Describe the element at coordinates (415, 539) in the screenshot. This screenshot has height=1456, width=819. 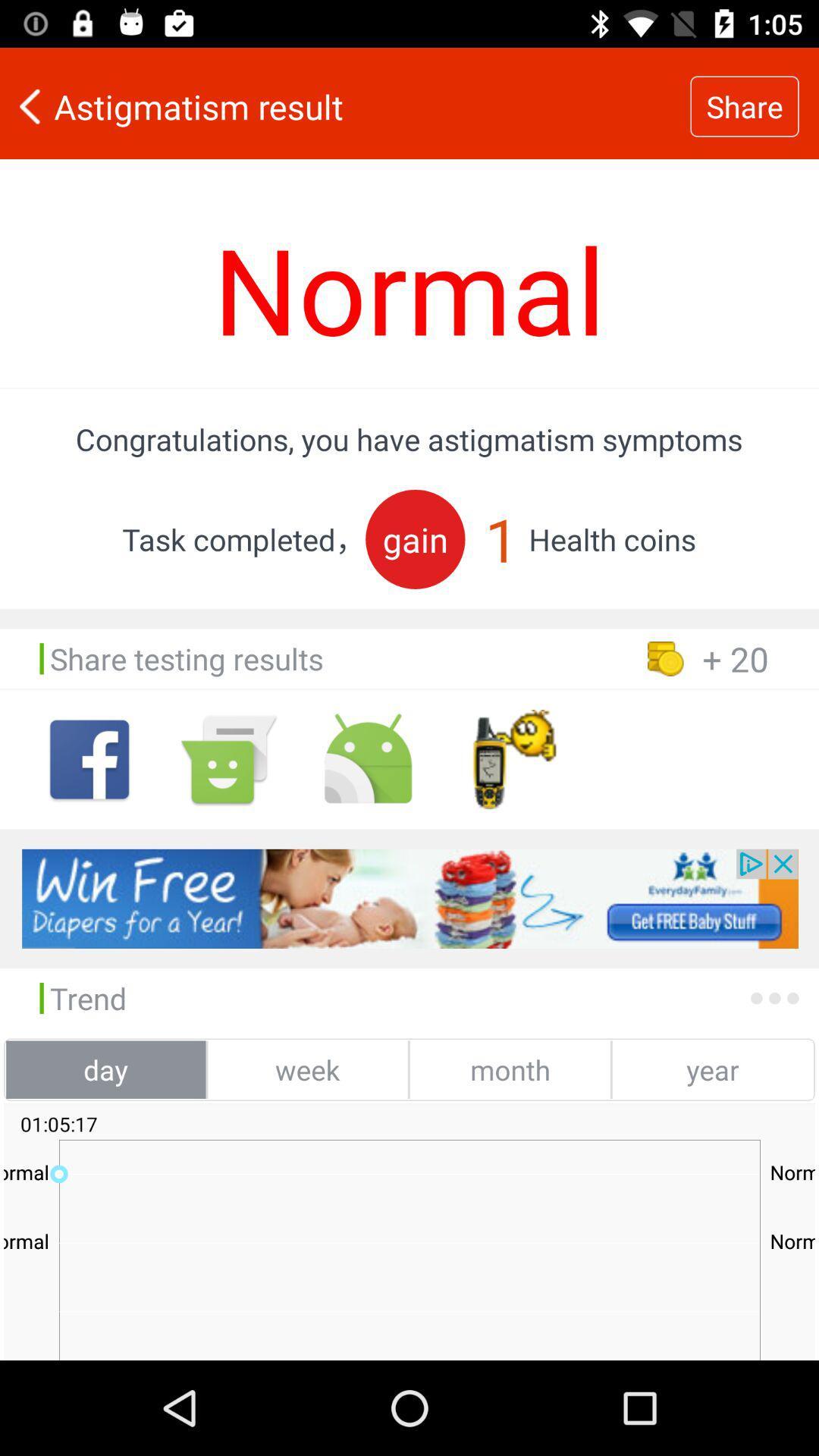
I see `icon next to 1` at that location.